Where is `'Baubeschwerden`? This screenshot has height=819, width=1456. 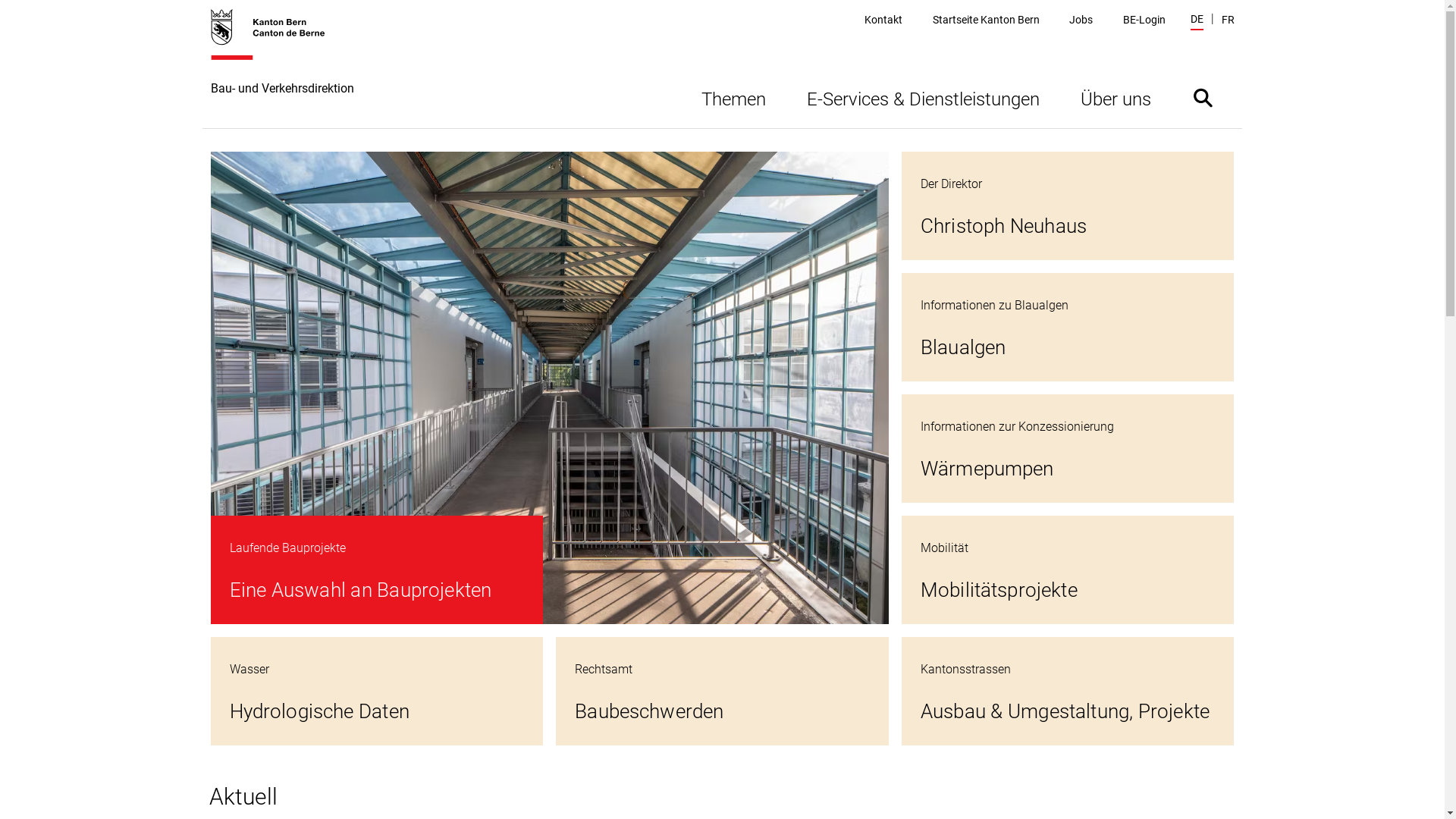 'Baubeschwerden is located at coordinates (721, 691).